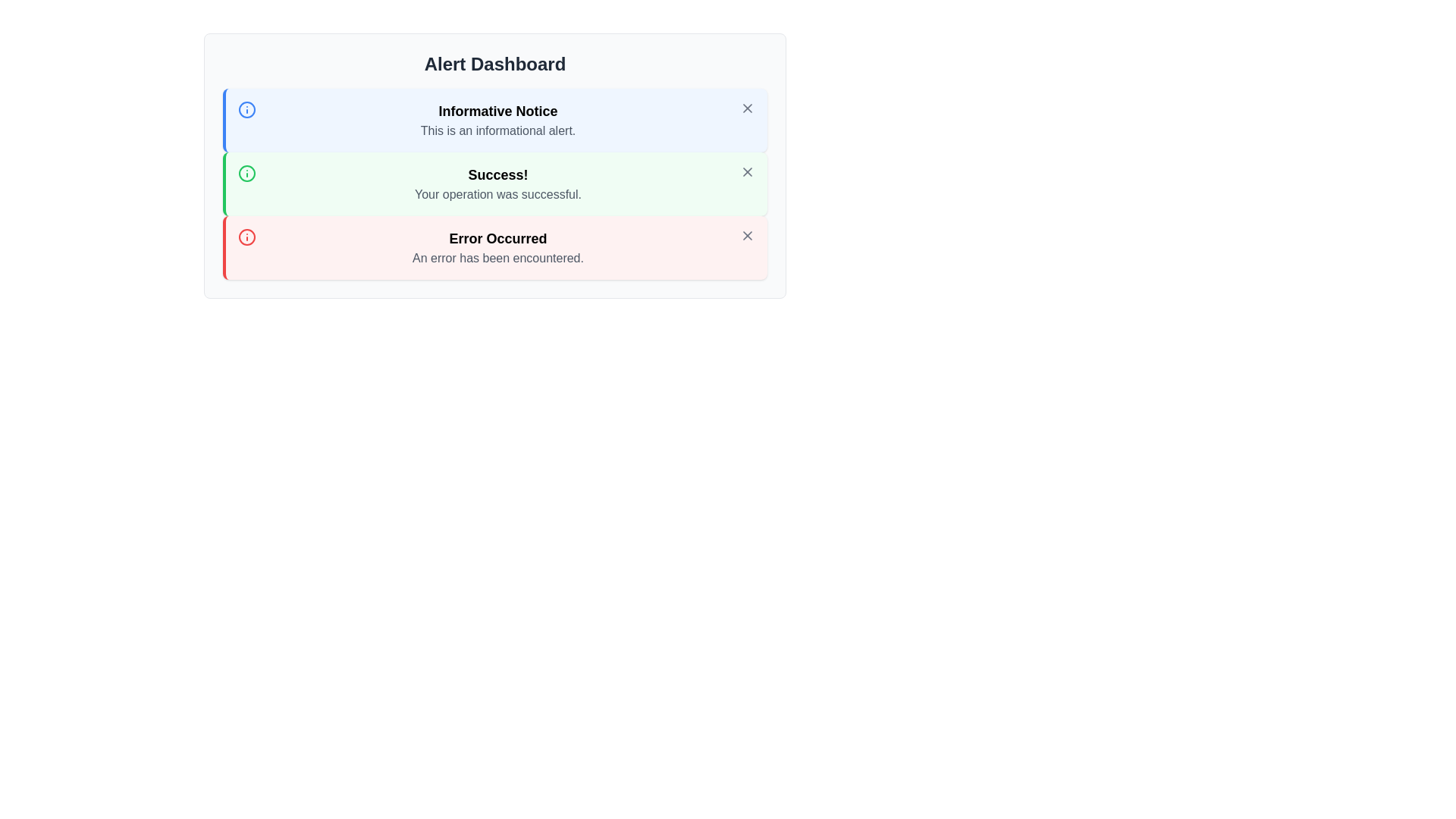  Describe the element at coordinates (247, 109) in the screenshot. I see `the circular icon with a blue outline and white fill, which resembles an information symbol, located in the top-left corner of the 'Informative Notice' alert box` at that location.